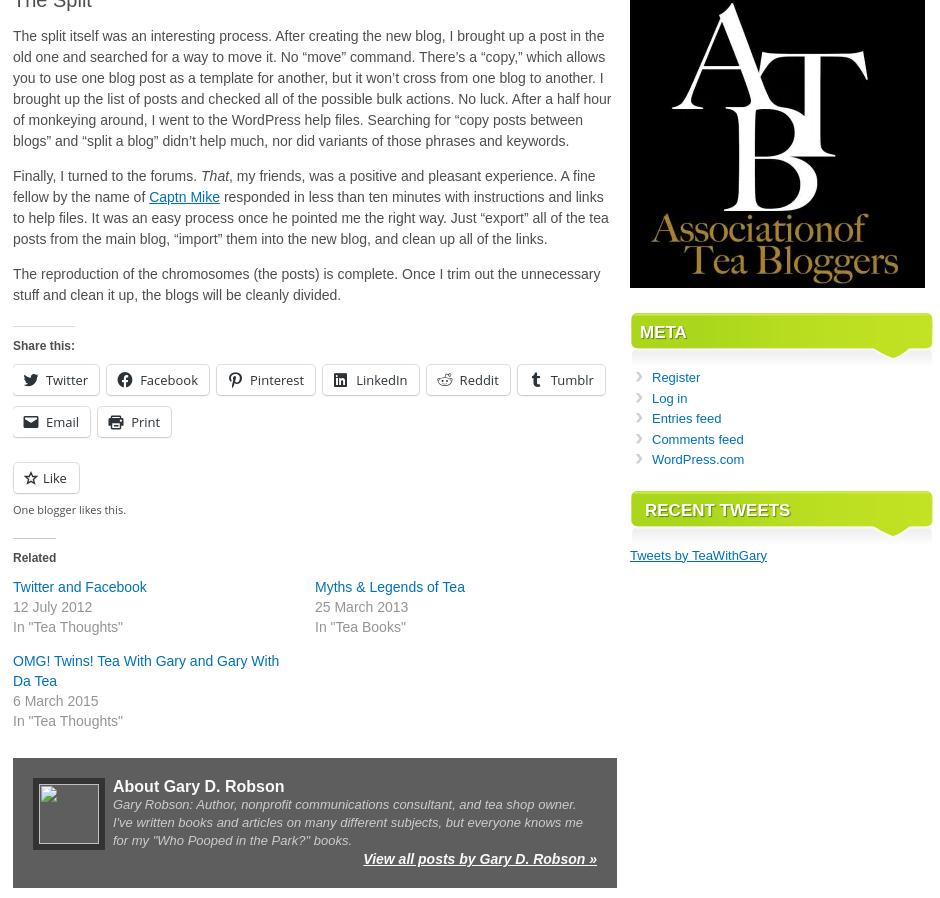 This screenshot has height=898, width=940. I want to click on 'Reddit', so click(478, 380).